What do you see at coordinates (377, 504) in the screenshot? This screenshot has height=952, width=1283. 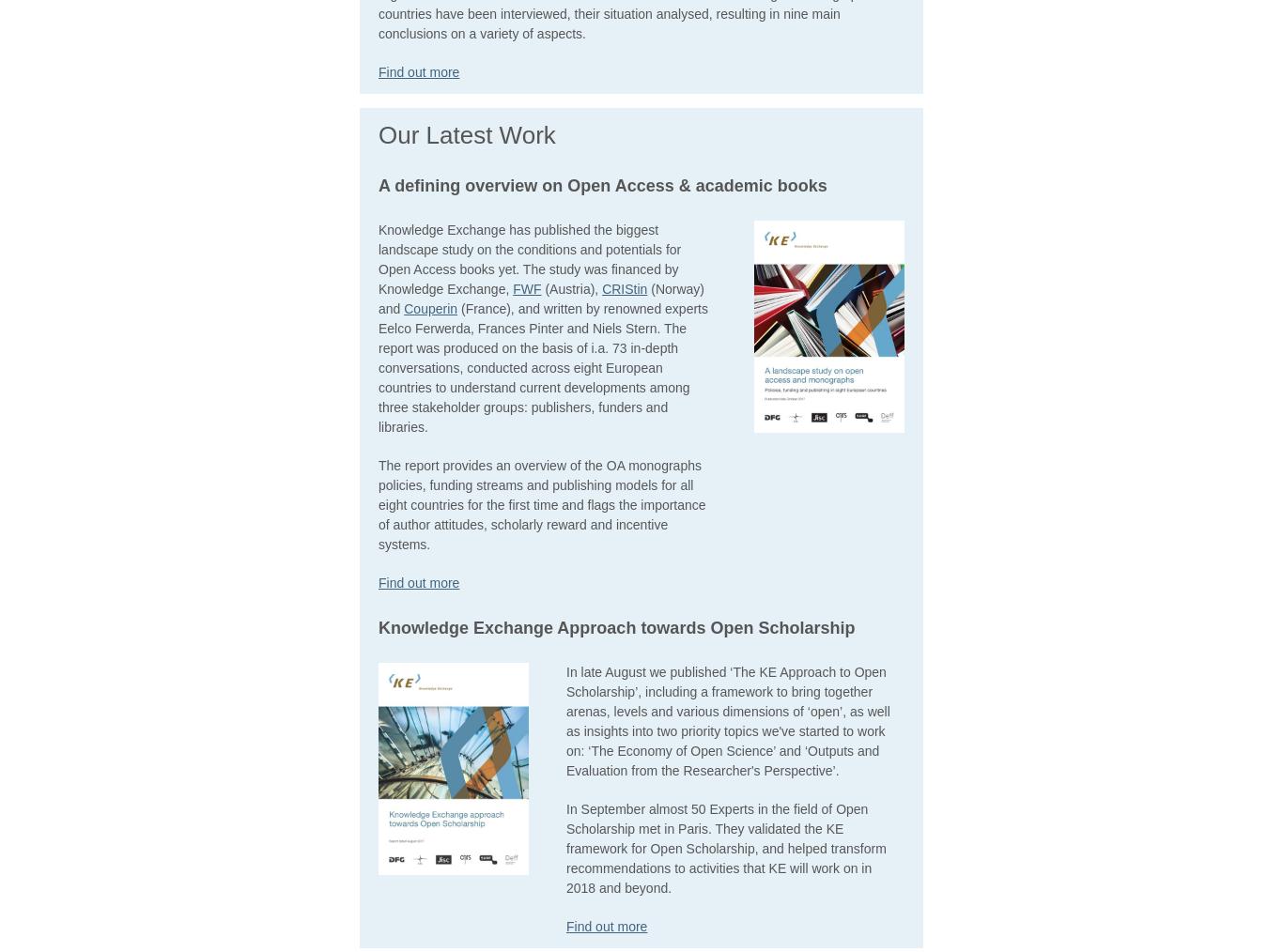 I see `'The report provides an overview of the OA monographs policies, funding streams and publishing models for all eight countries for the first time and flags the importance of author attitudes, scholarly reward and incentive systems.'` at bounding box center [377, 504].